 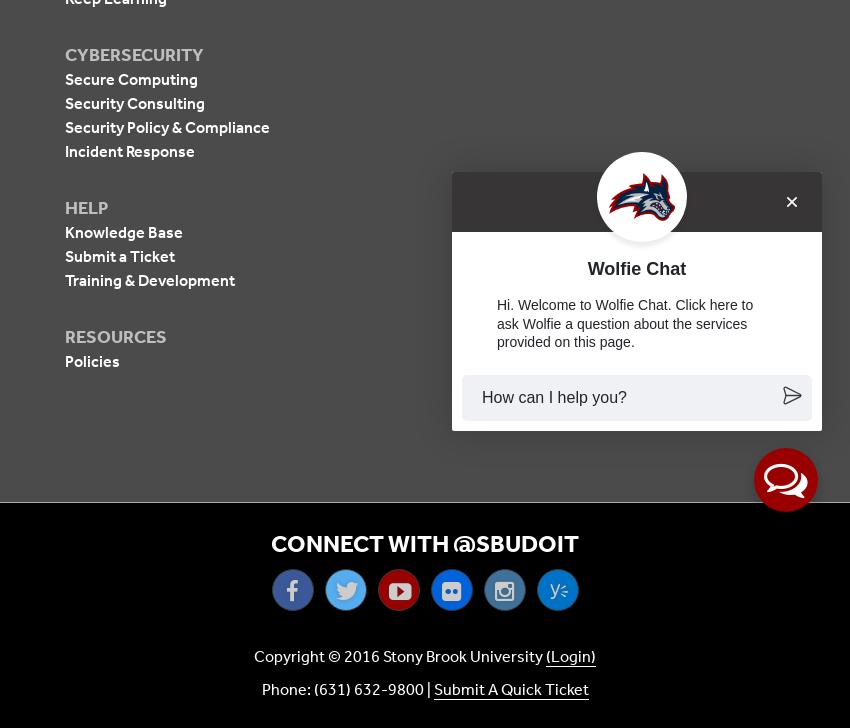 I want to click on 'Knowledge Base', so click(x=65, y=231).